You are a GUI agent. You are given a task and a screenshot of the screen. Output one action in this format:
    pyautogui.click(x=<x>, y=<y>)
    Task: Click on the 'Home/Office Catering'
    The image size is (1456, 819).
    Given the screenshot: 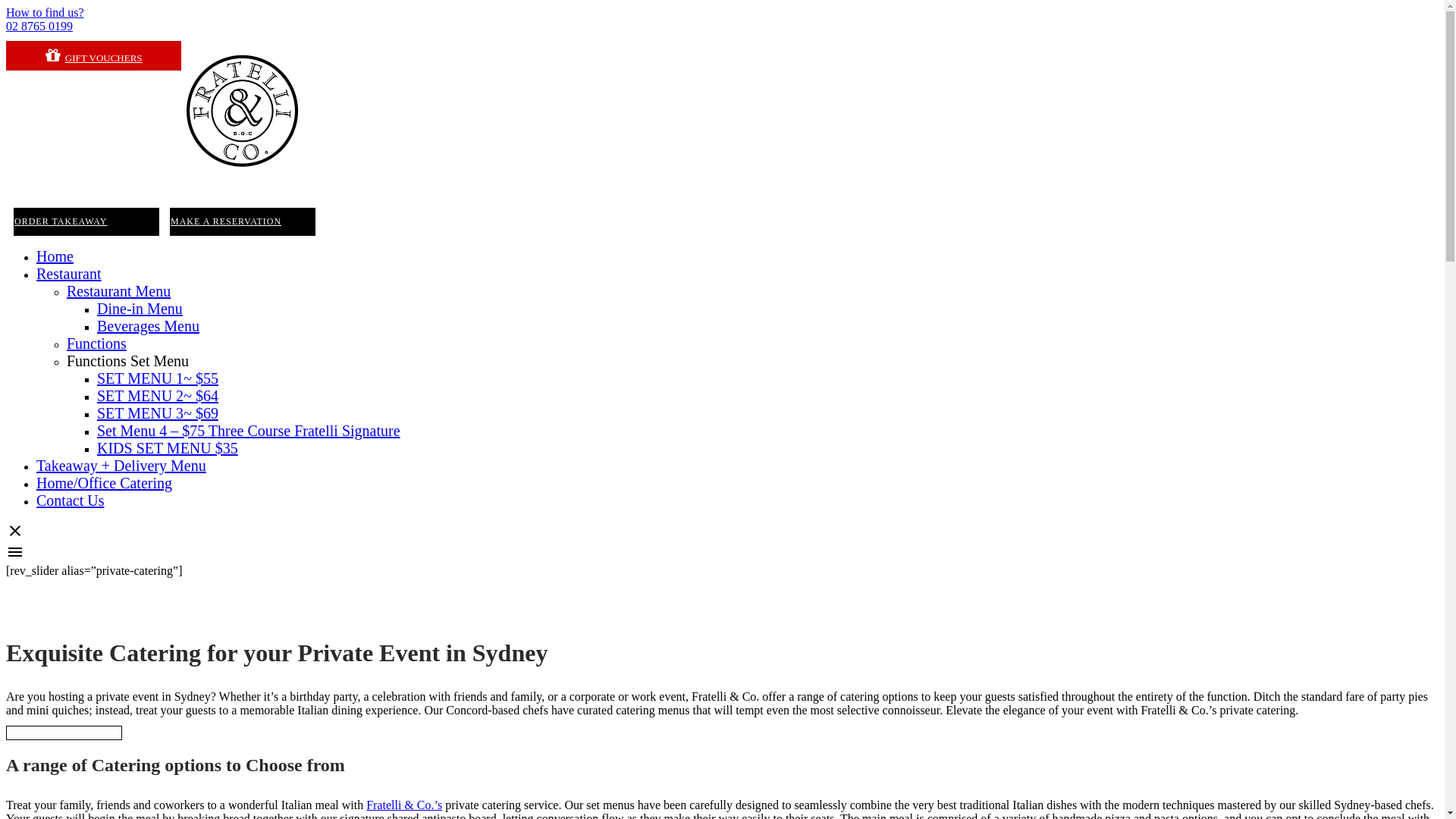 What is the action you would take?
    pyautogui.click(x=103, y=482)
    